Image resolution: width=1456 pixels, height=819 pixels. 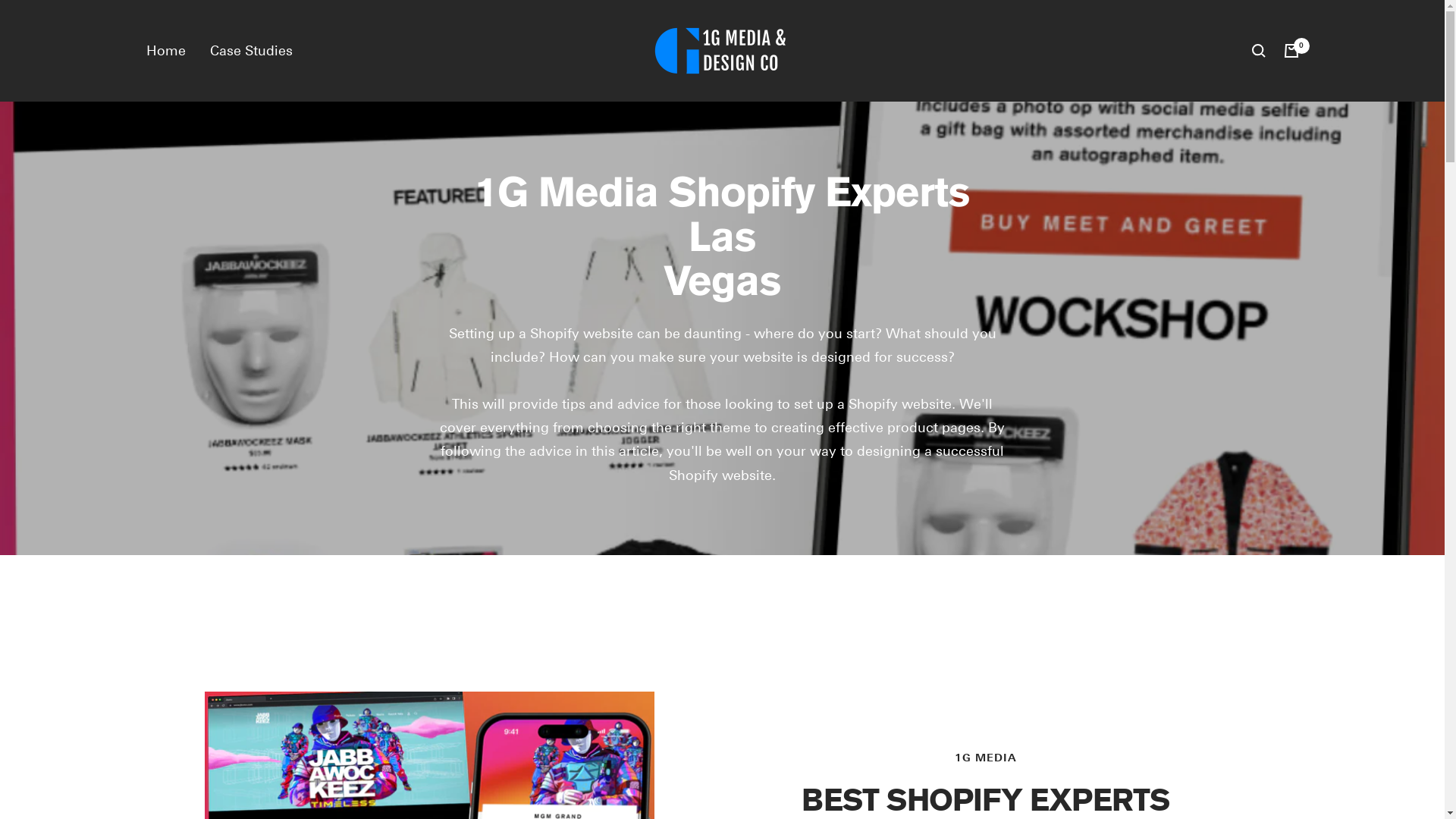 I want to click on 'Home', so click(x=165, y=49).